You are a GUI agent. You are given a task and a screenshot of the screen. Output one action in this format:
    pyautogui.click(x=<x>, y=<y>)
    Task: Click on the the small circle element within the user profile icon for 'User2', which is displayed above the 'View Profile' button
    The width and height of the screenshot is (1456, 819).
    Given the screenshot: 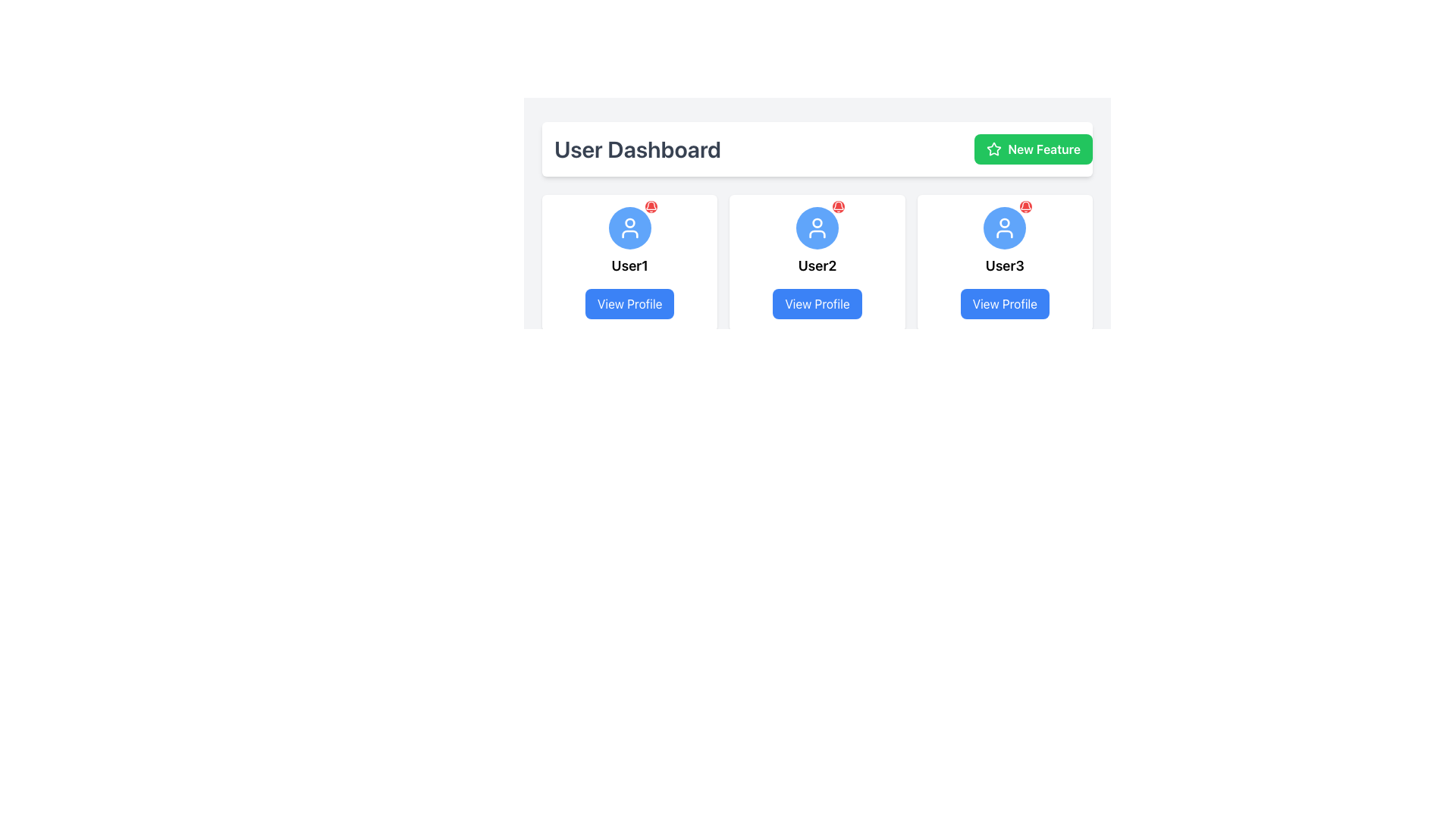 What is the action you would take?
    pyautogui.click(x=1005, y=223)
    